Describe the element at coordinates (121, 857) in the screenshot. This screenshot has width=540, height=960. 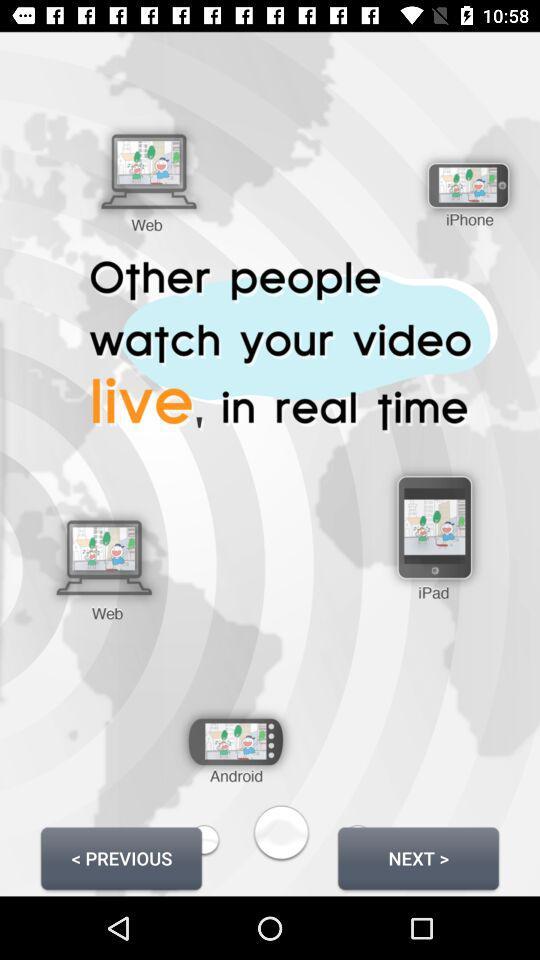
I see `the item at the bottom left corner` at that location.